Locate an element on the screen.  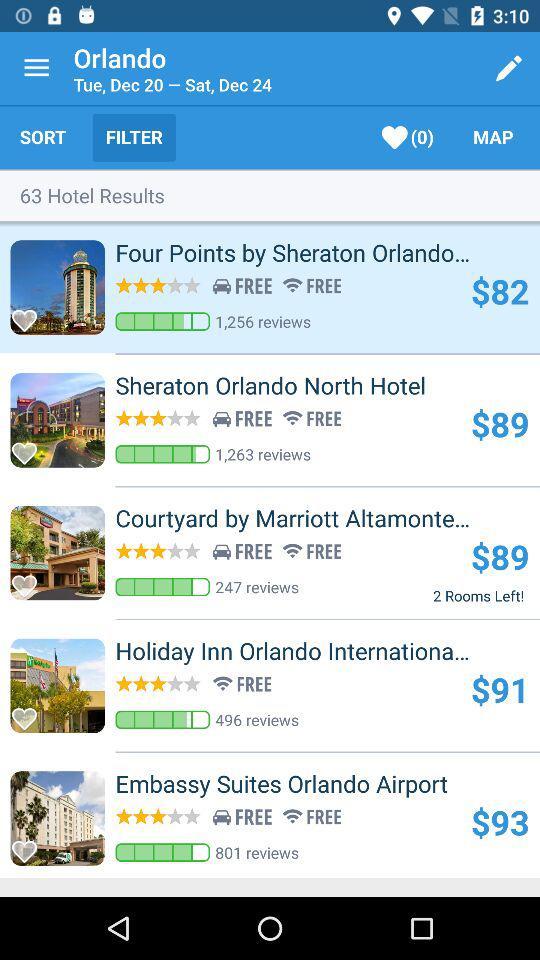
the map item is located at coordinates (492, 136).